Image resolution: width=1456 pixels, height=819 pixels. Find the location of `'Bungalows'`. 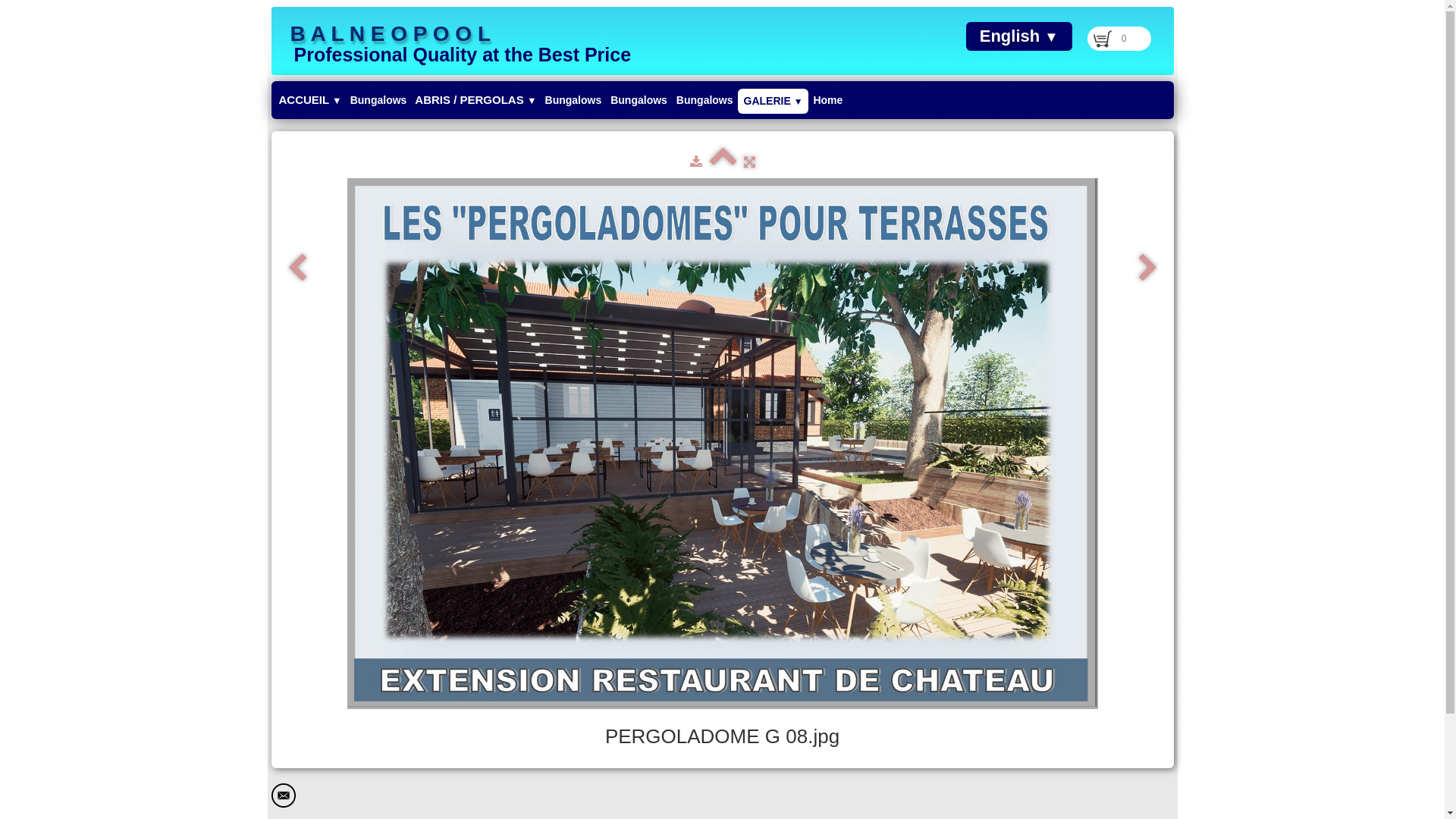

'Bungalows' is located at coordinates (639, 99).